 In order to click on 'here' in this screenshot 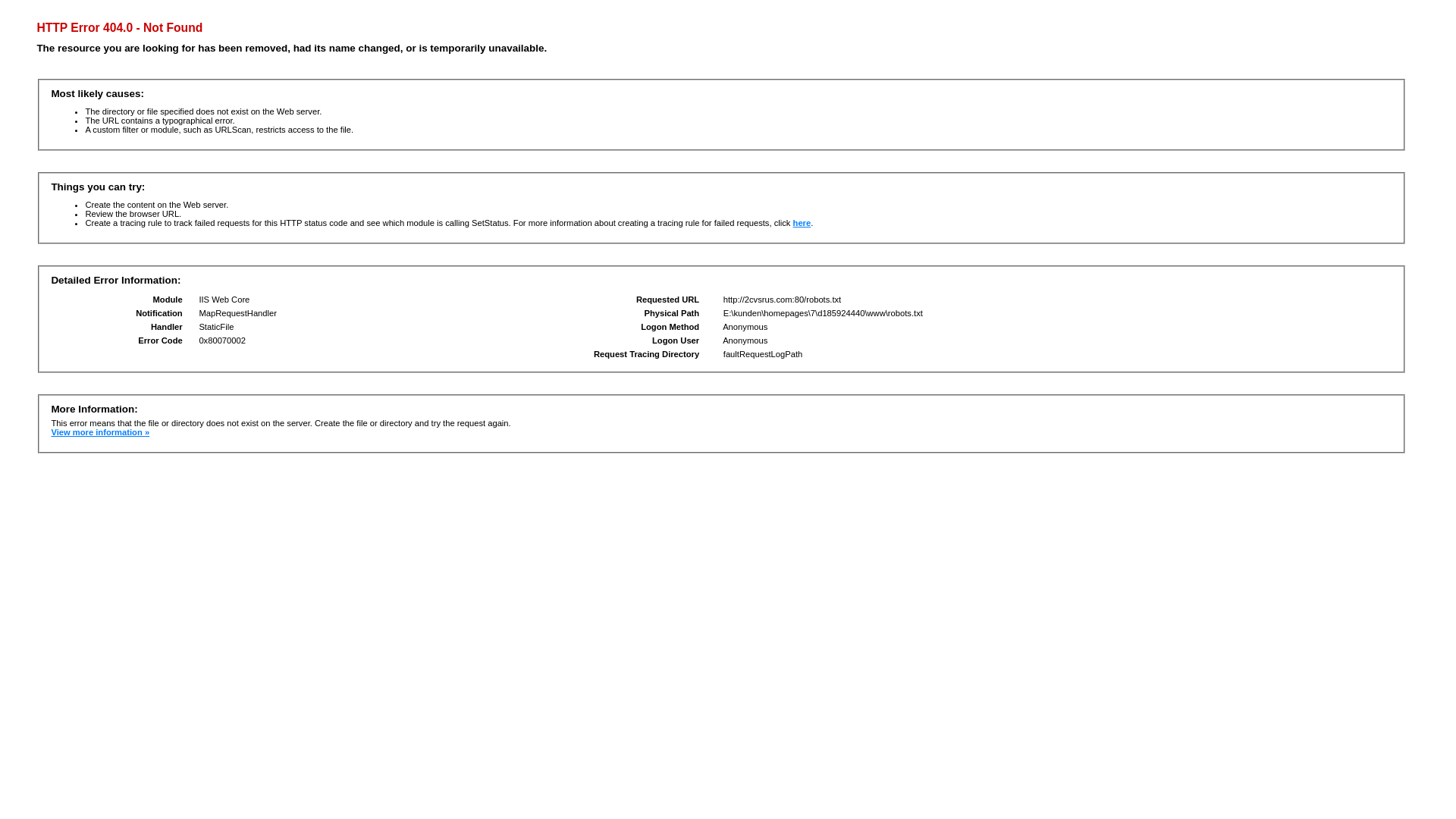, I will do `click(792, 222)`.